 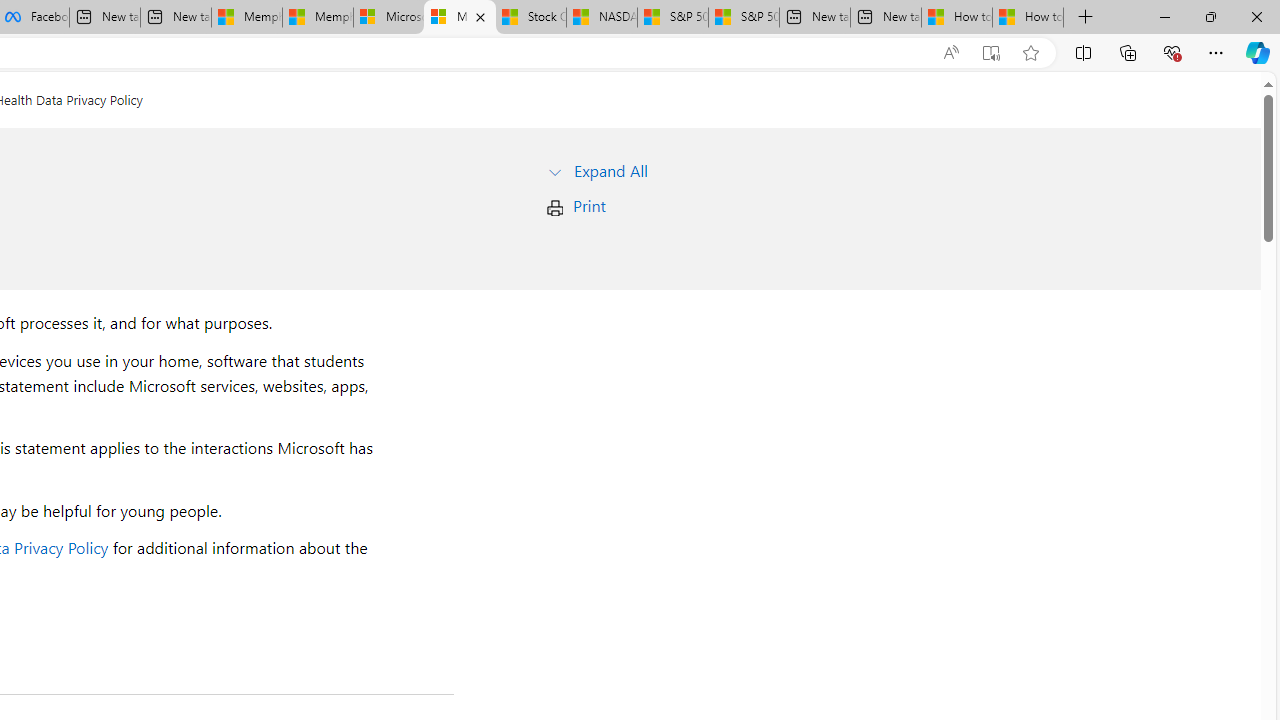 I want to click on 'S&P 500, Nasdaq end lower, weighed by Nvidia dip | Watch', so click(x=743, y=17).